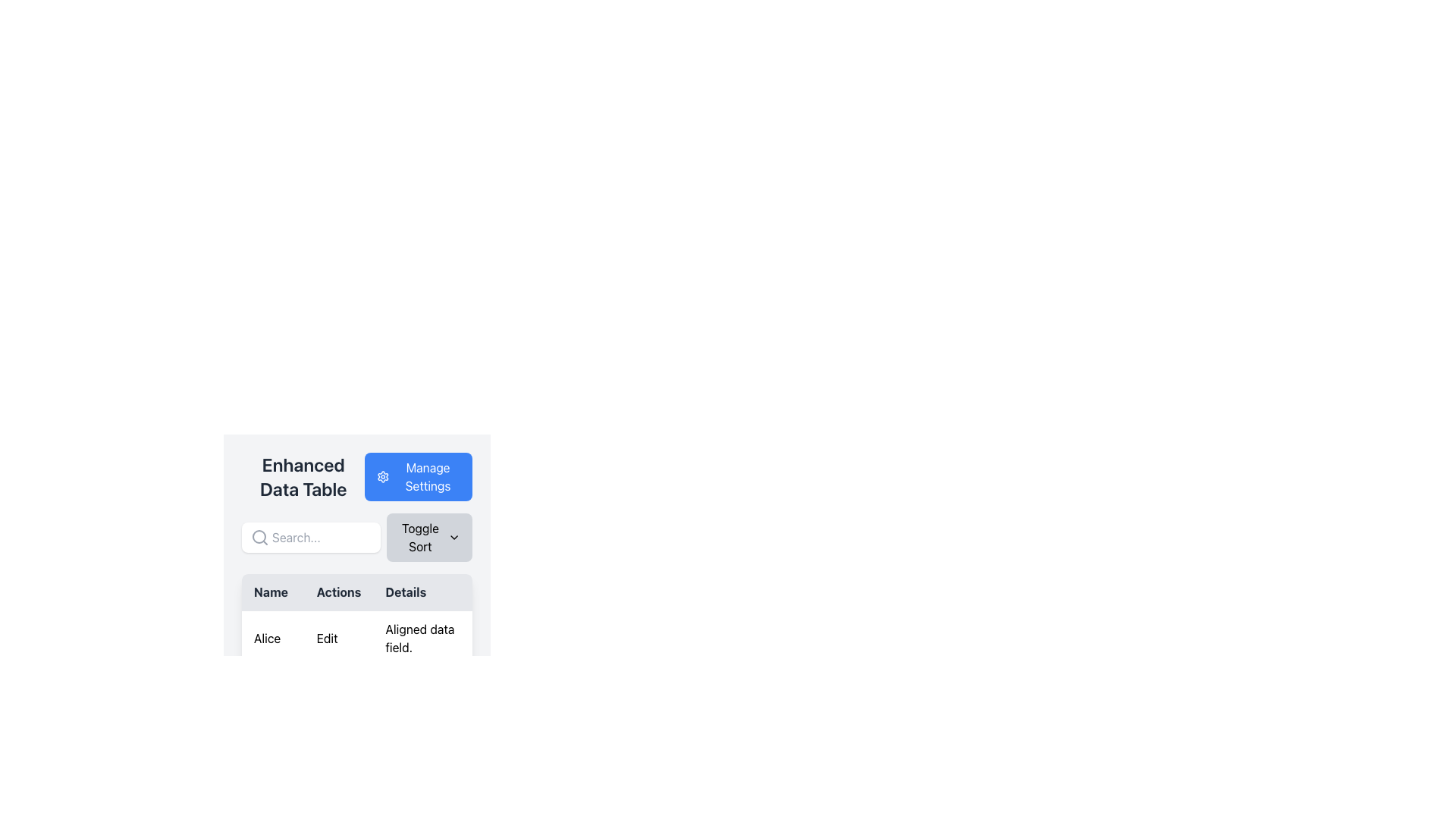  I want to click on the 'Enhanced Data Table' title text display, so click(303, 475).